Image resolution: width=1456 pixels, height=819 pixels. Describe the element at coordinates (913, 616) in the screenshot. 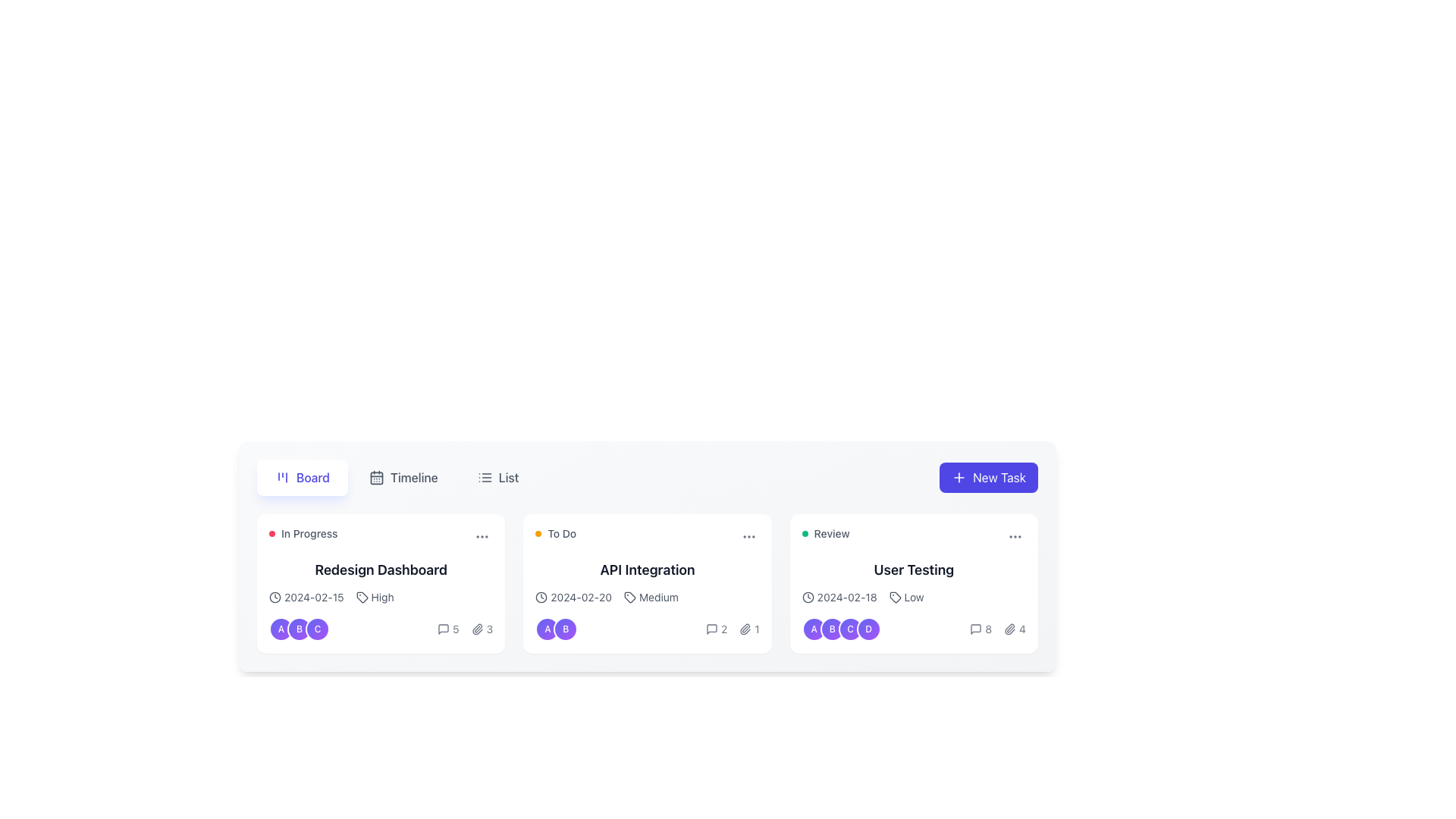

I see `the date ('2024-02-18') or priority indicator ('Low') in the Information panel of the 'User Testing' card within the 'Review' section` at that location.